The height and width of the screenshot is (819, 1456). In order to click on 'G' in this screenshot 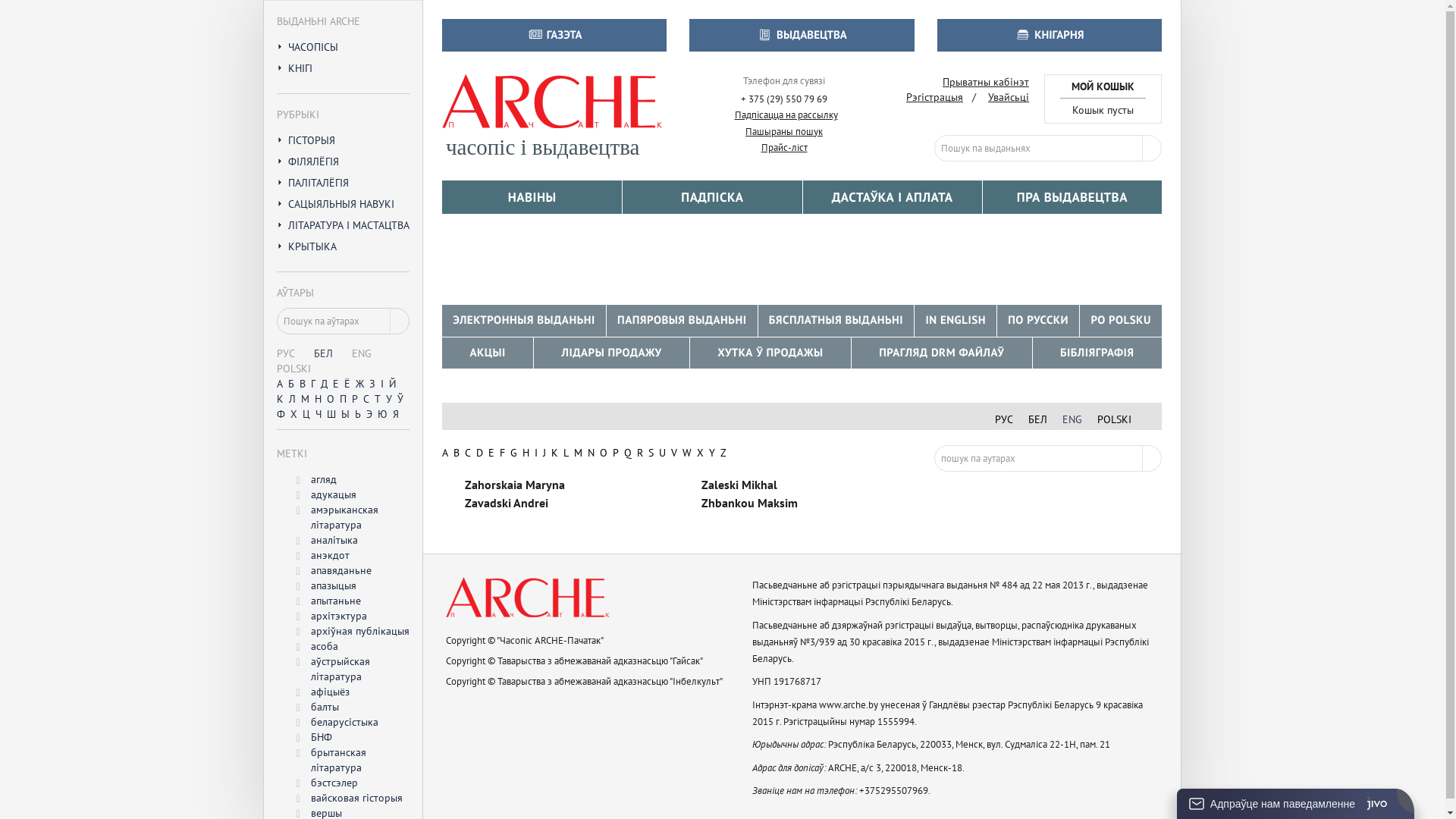, I will do `click(510, 452)`.